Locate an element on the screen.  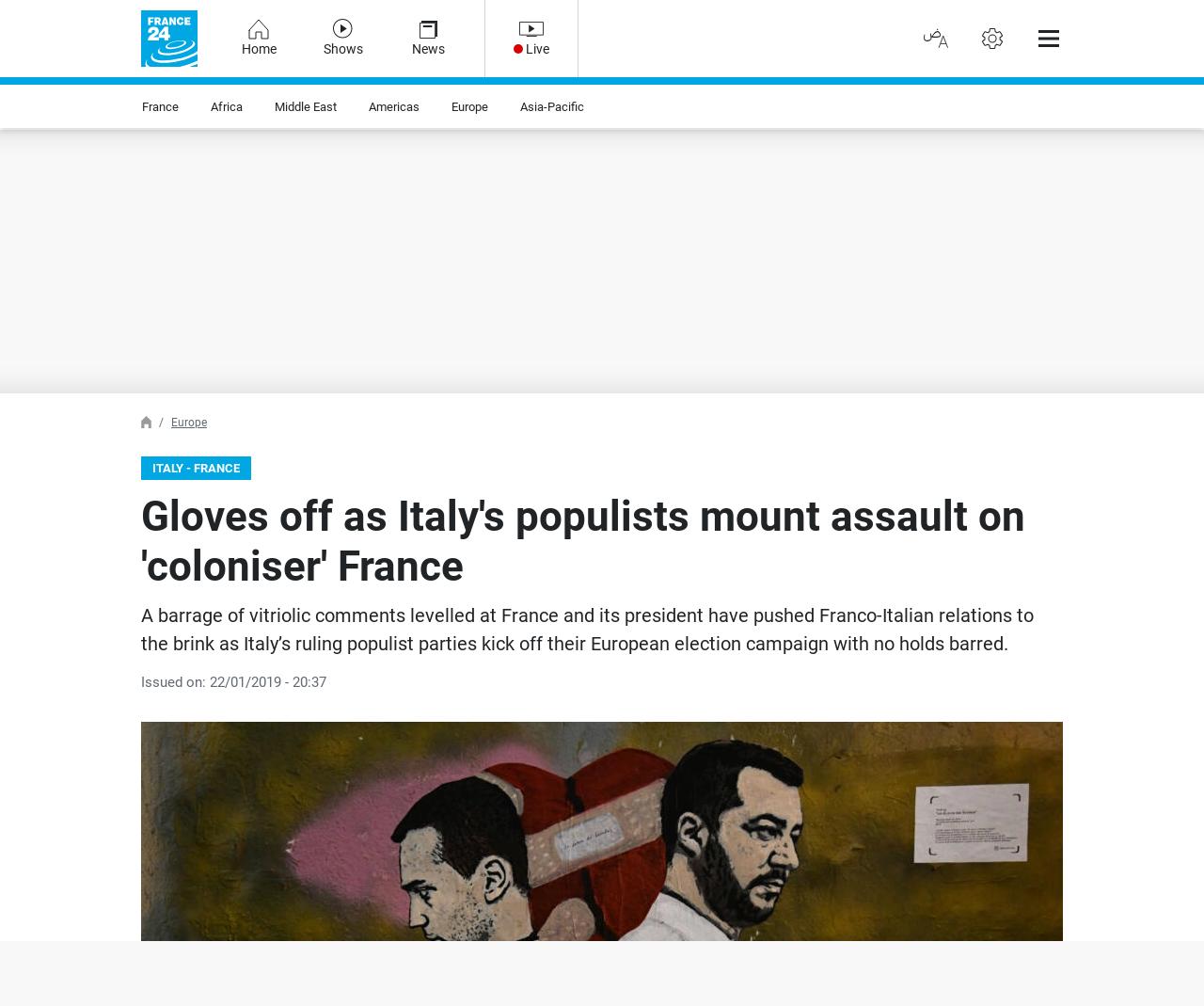
'Asia-Pacific' is located at coordinates (551, 105).